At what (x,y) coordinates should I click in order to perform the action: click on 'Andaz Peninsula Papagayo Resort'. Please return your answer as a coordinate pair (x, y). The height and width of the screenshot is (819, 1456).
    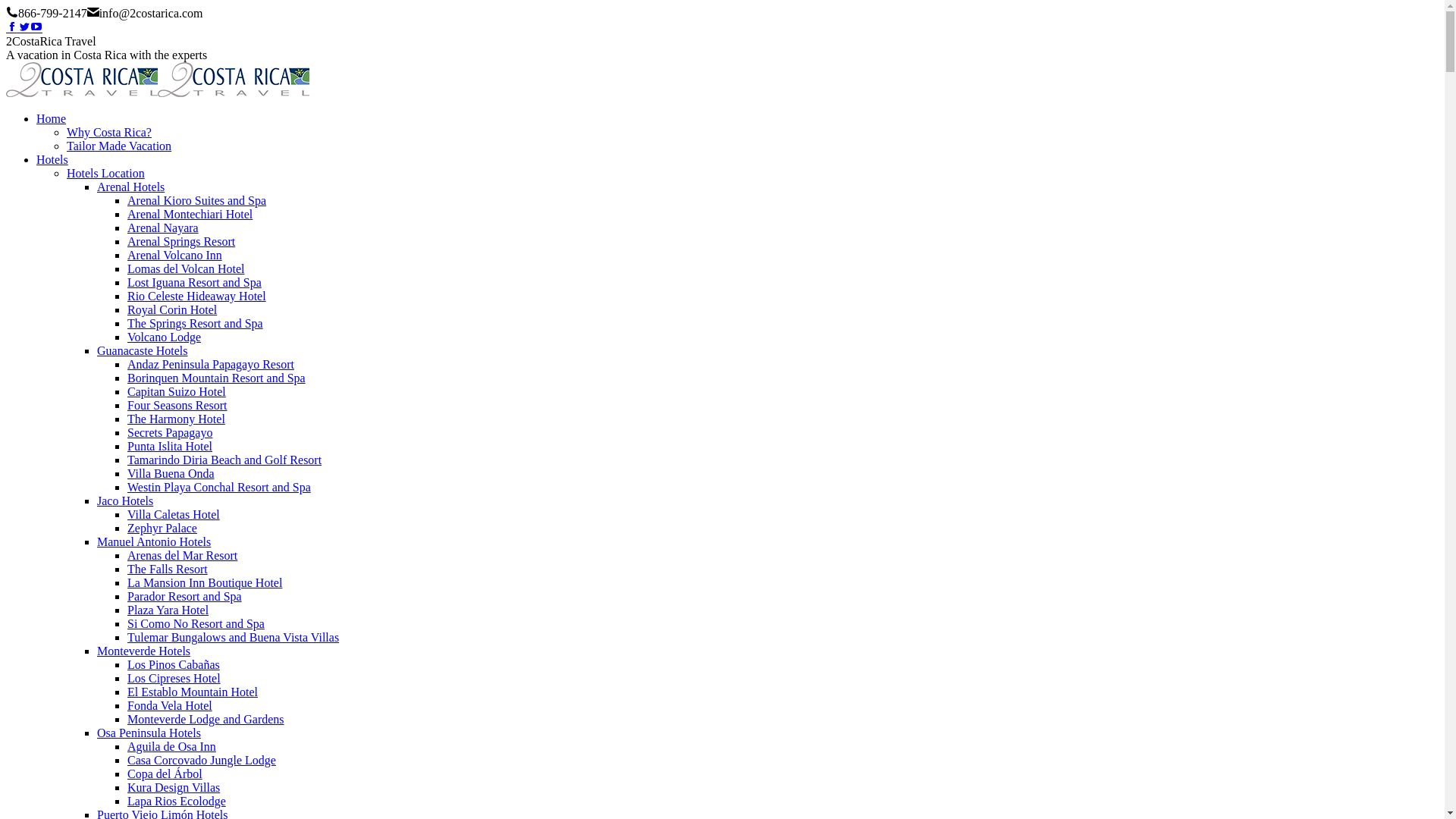
    Looking at the image, I should click on (210, 364).